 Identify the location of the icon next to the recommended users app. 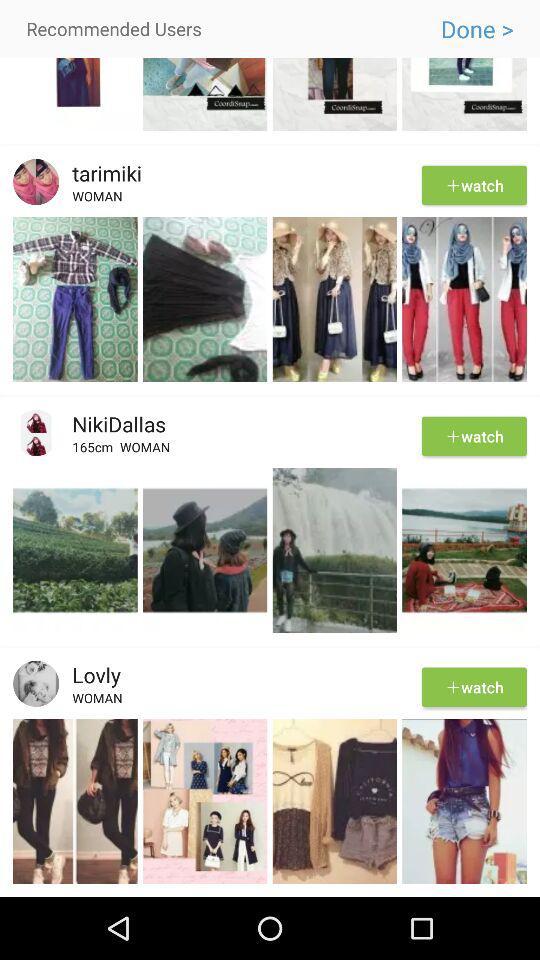
(476, 28).